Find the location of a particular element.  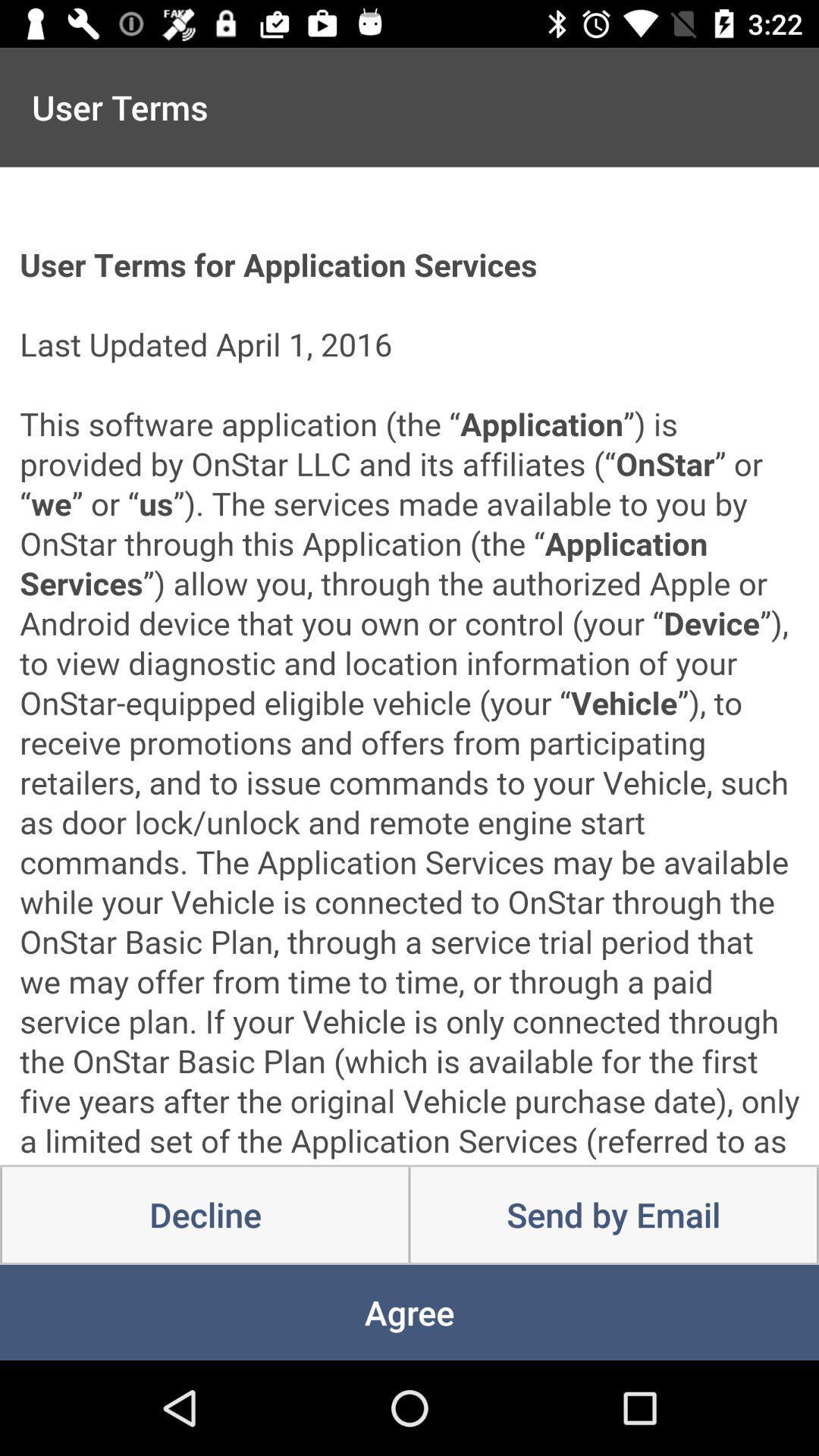

scroll through terms is located at coordinates (409, 666).